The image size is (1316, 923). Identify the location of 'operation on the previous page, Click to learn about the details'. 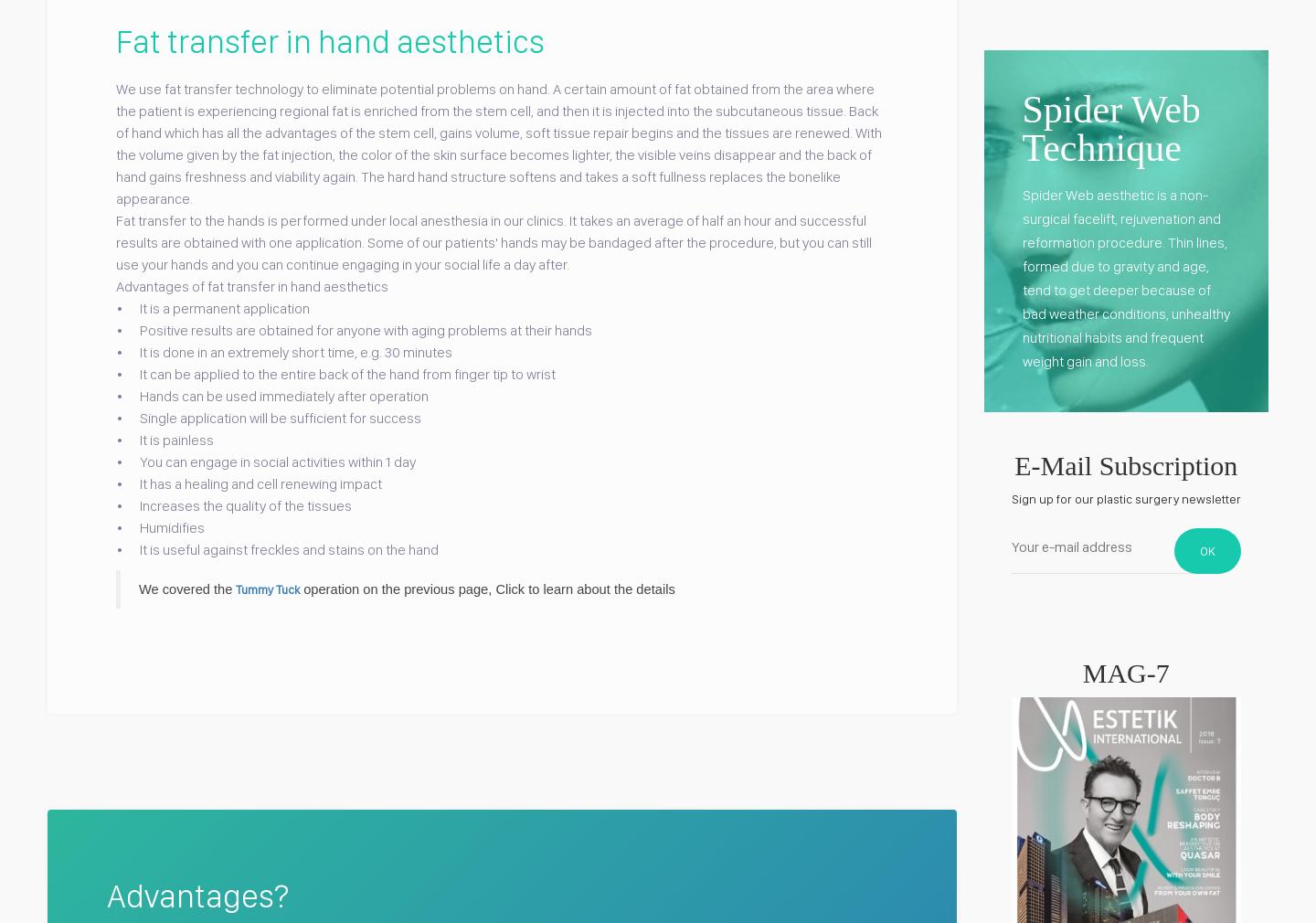
(487, 587).